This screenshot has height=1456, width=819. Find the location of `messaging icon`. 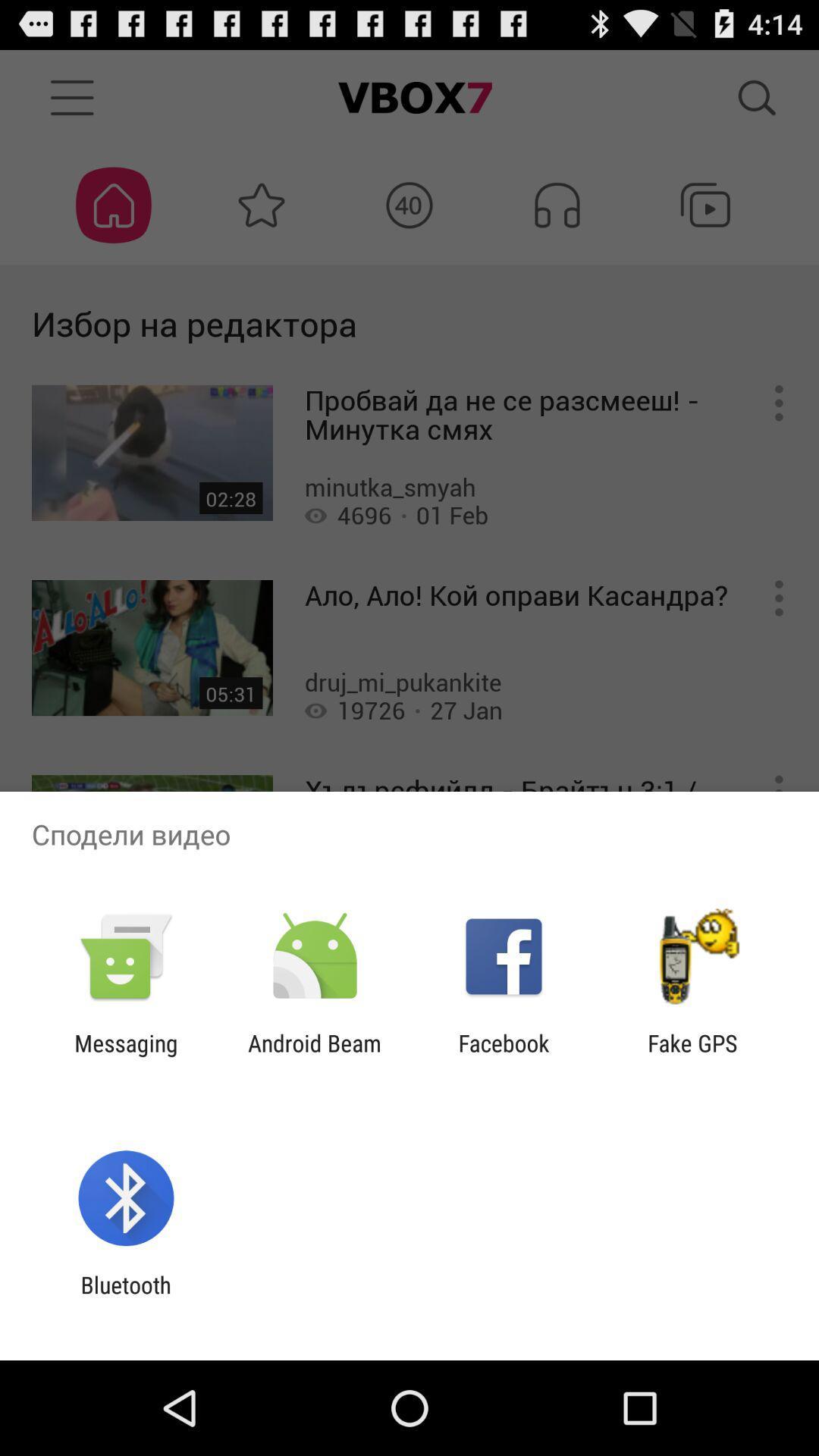

messaging icon is located at coordinates (125, 1056).